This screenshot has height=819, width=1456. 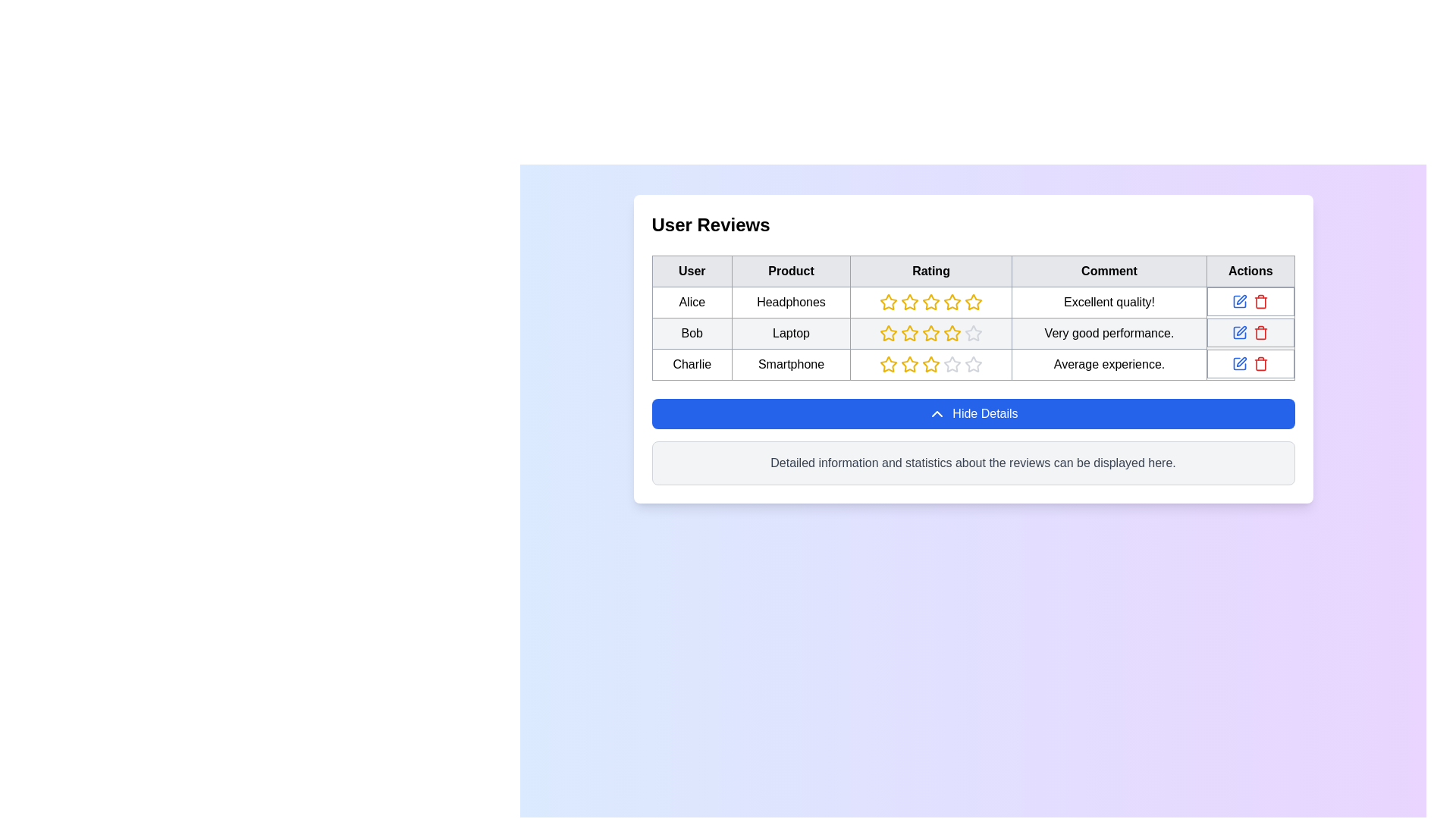 I want to click on the star icon with a yellow border and white center located in the 'Rating' column of the 'User Reviews' table for the user 'Bob' to rate it, so click(x=930, y=332).